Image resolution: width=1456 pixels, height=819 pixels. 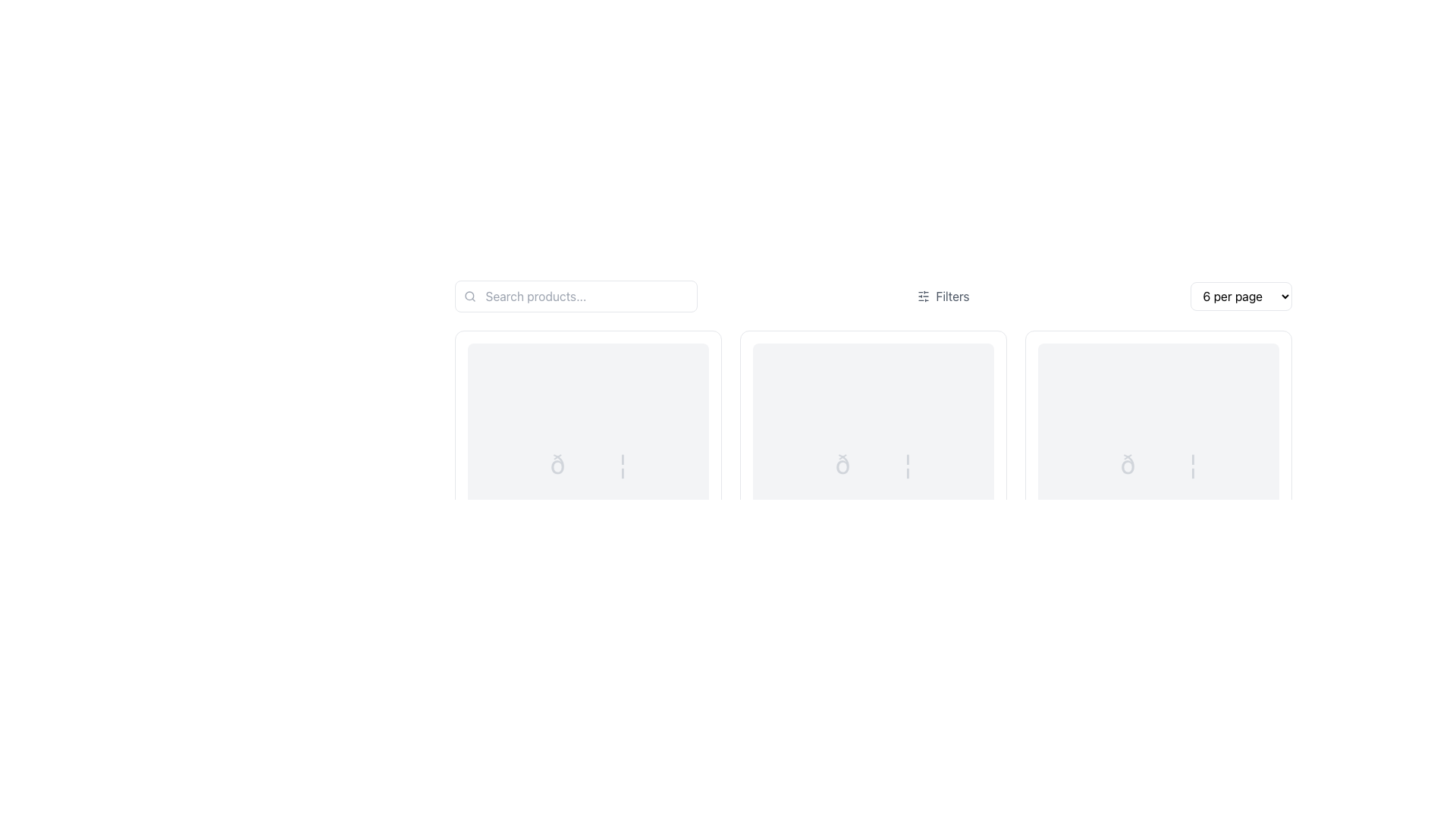 I want to click on the visual appearance change of the messaging or notifications icon located in the middle card of the horizontally aligned set of three cards, so click(x=873, y=463).